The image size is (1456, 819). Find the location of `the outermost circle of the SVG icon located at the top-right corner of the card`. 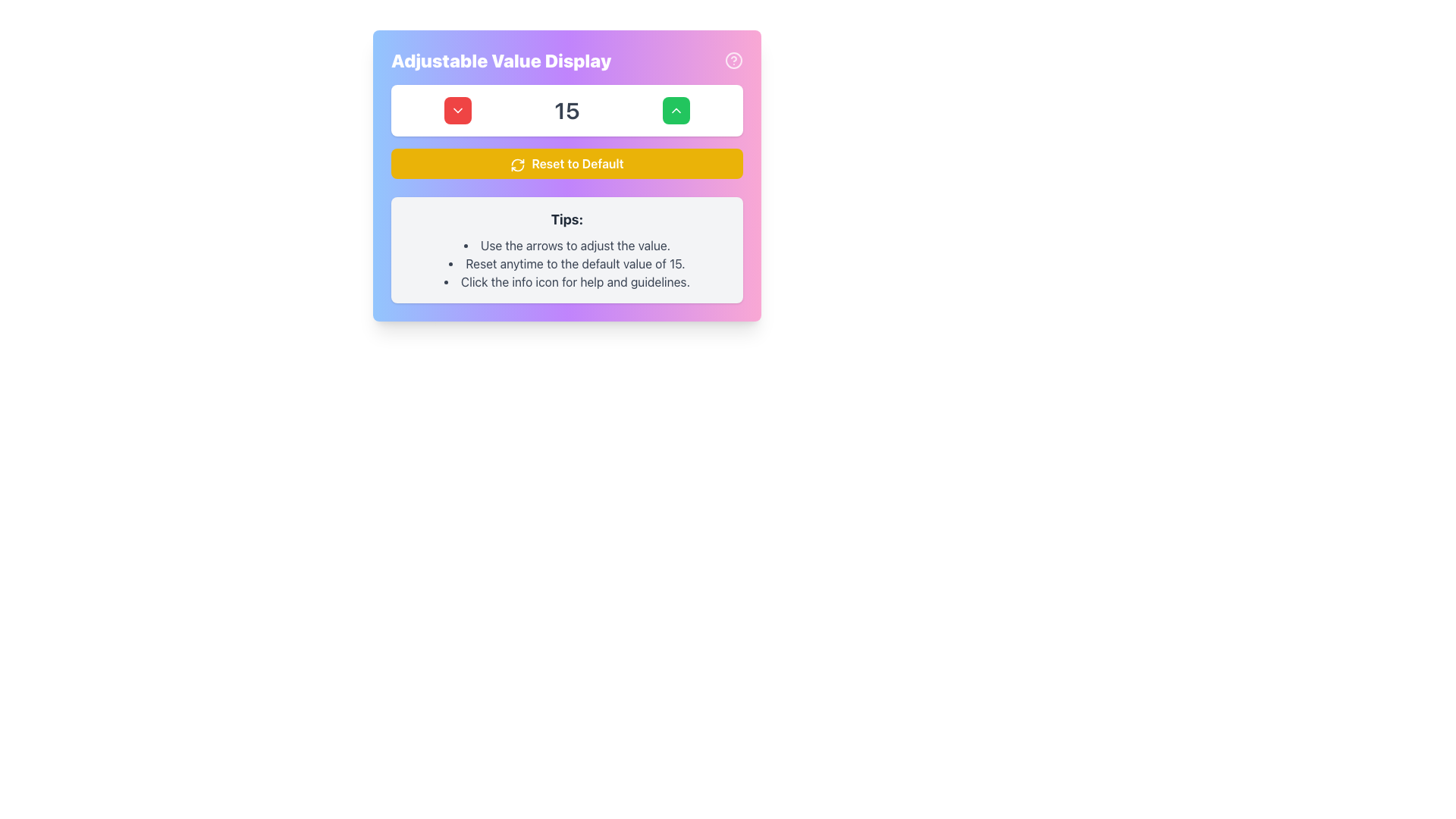

the outermost circle of the SVG icon located at the top-right corner of the card is located at coordinates (734, 60).